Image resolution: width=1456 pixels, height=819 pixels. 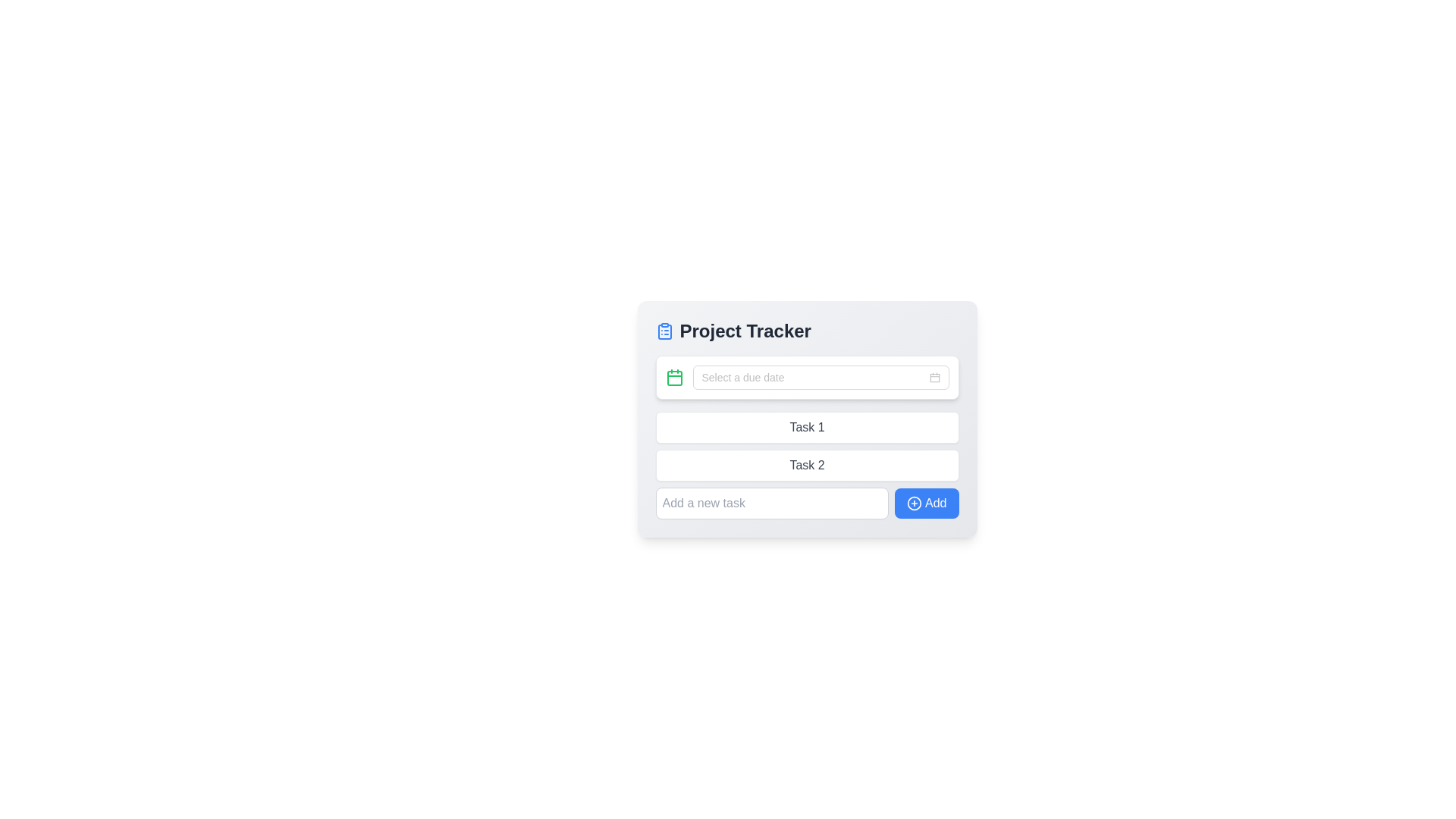 What do you see at coordinates (820, 376) in the screenshot?
I see `the Date picker input field labeled 'Select a due date' in the 'Project Tracker' interface to focus the input field` at bounding box center [820, 376].